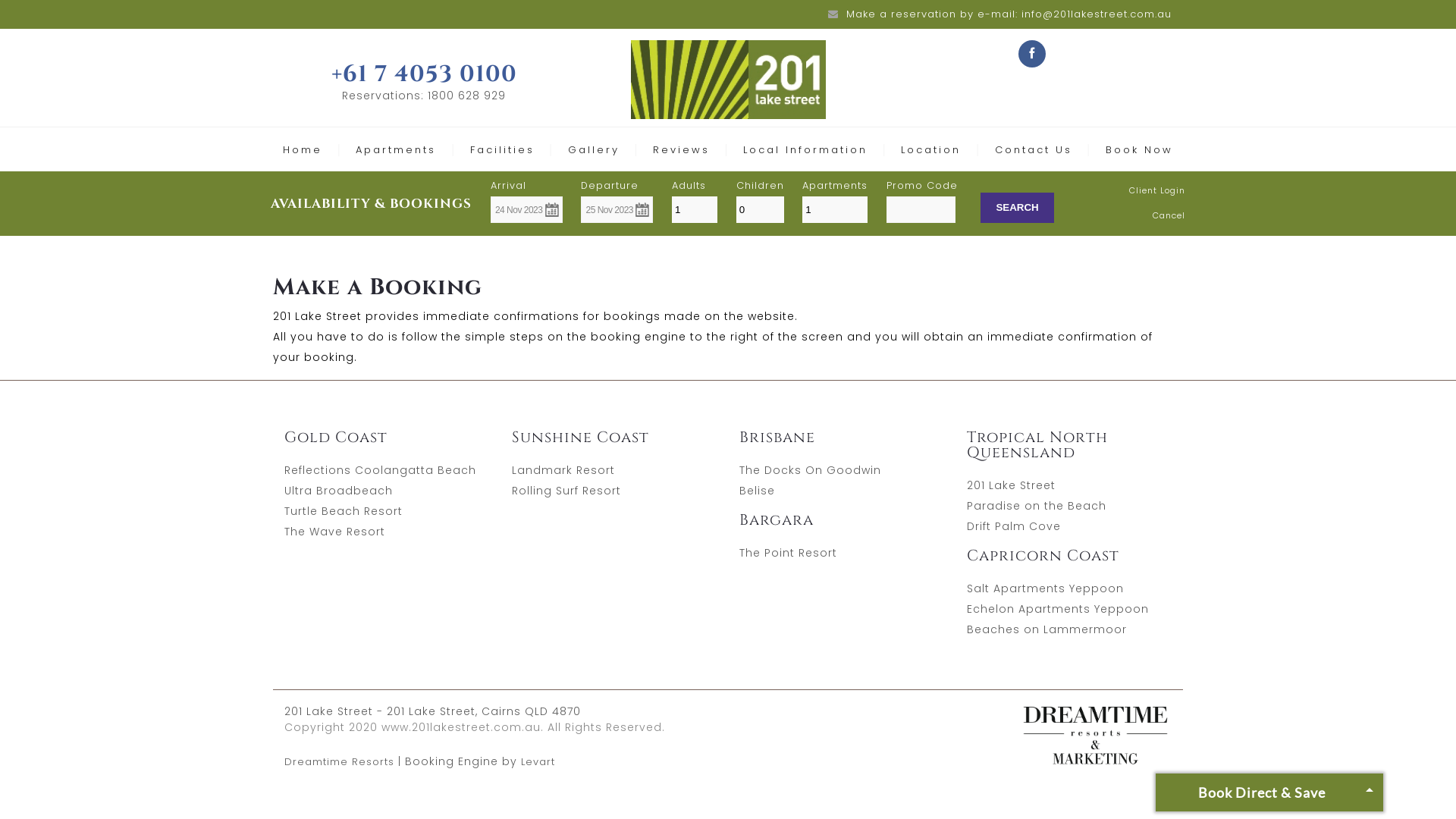 The image size is (1456, 819). I want to click on 'Cancel', so click(1153, 215).